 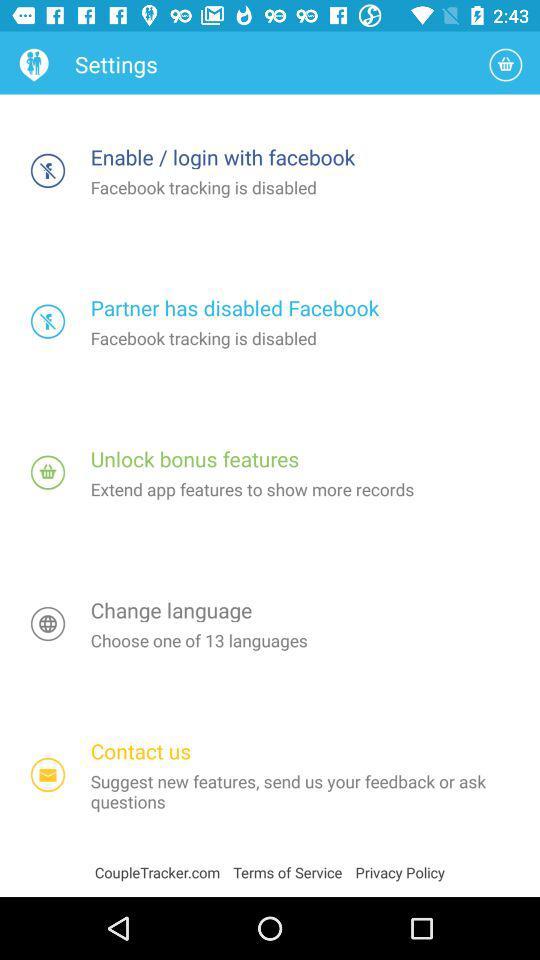 I want to click on the email icon, so click(x=48, y=774).